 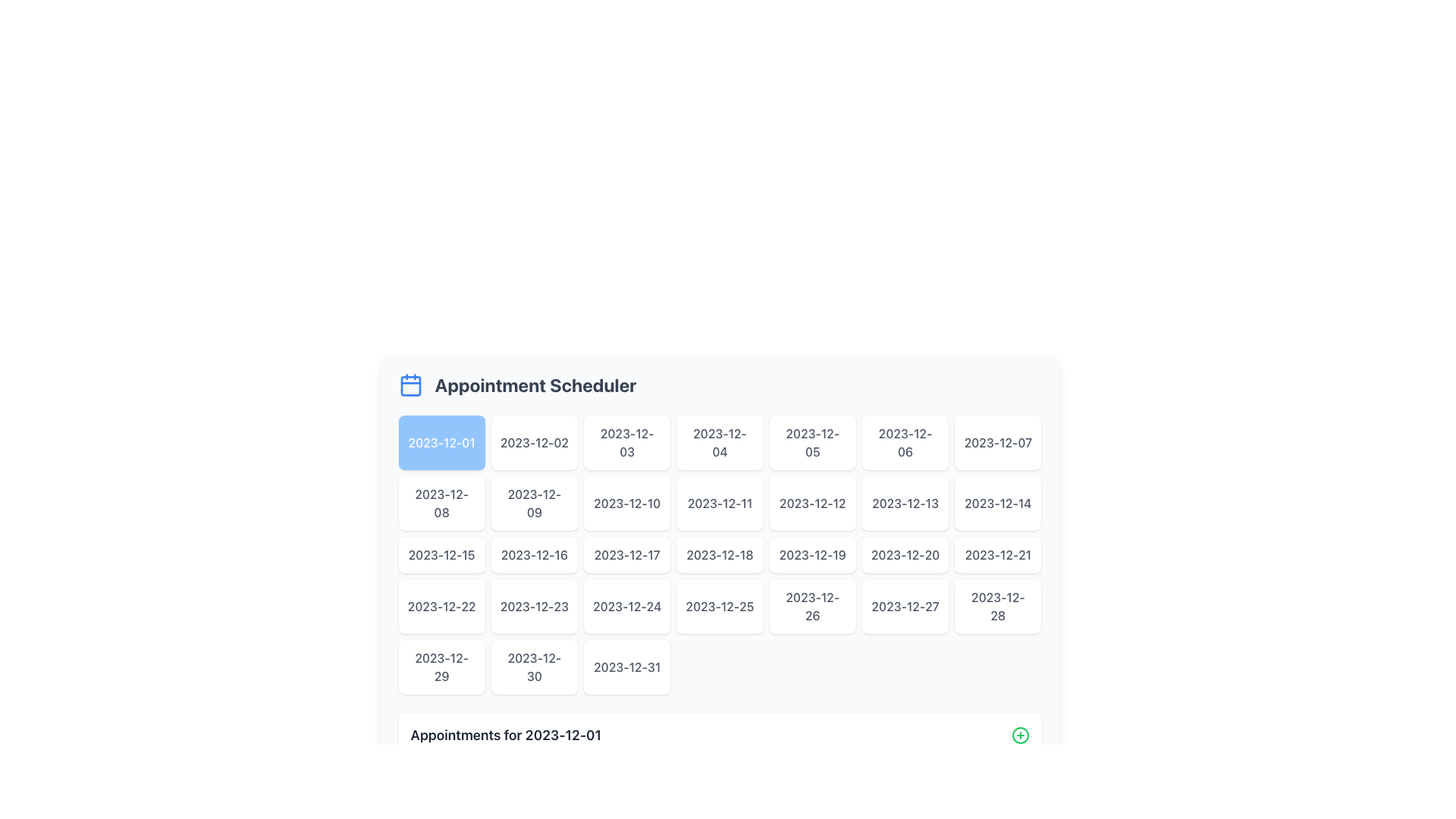 What do you see at coordinates (1020, 734) in the screenshot?
I see `the button icon for adding new items or appointments related to the 'Appointments for 2023-12-01' section` at bounding box center [1020, 734].